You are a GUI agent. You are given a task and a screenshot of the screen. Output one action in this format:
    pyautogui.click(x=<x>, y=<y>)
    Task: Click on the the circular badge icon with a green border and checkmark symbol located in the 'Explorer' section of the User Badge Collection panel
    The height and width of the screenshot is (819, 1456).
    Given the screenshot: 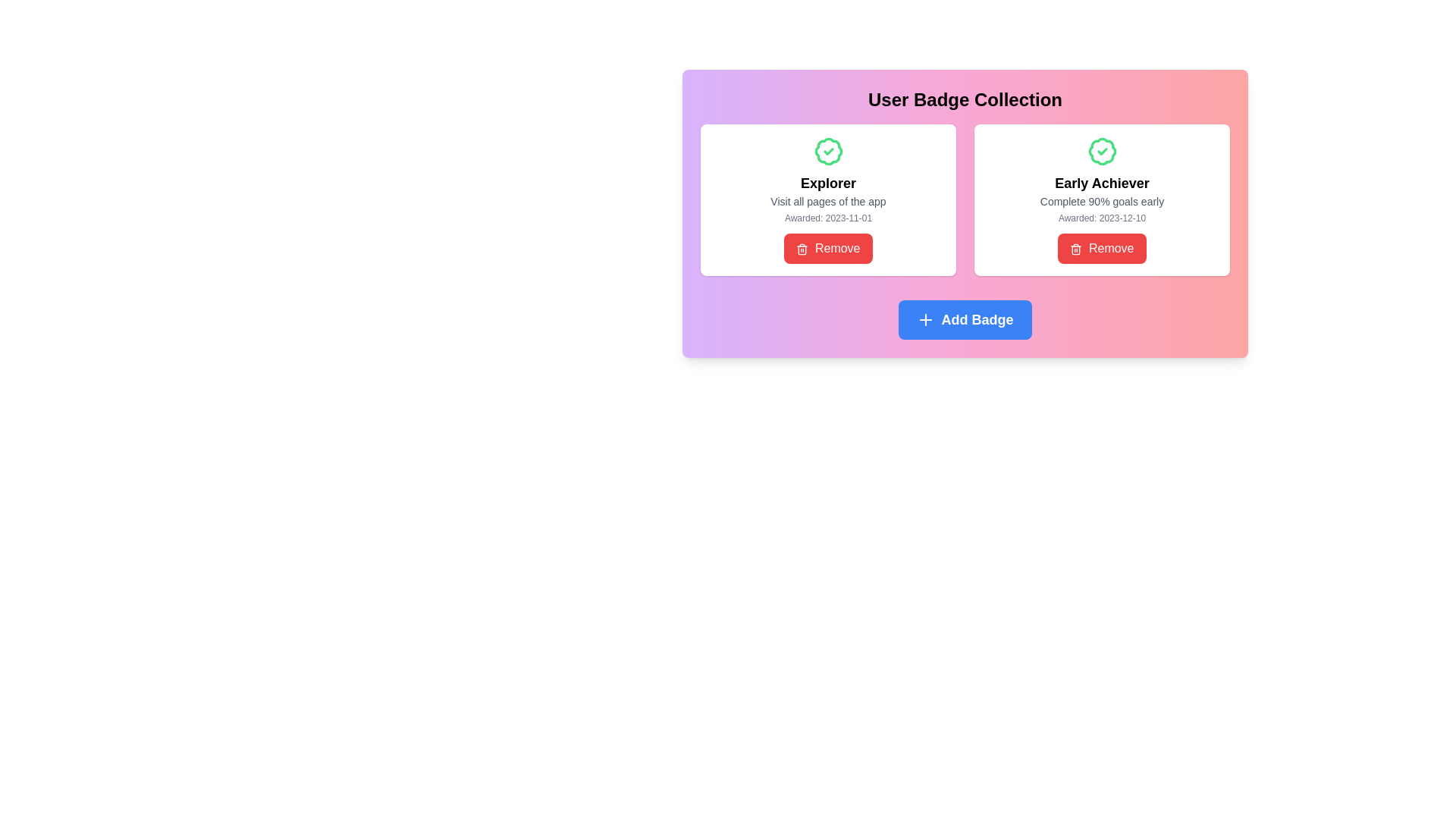 What is the action you would take?
    pyautogui.click(x=827, y=152)
    